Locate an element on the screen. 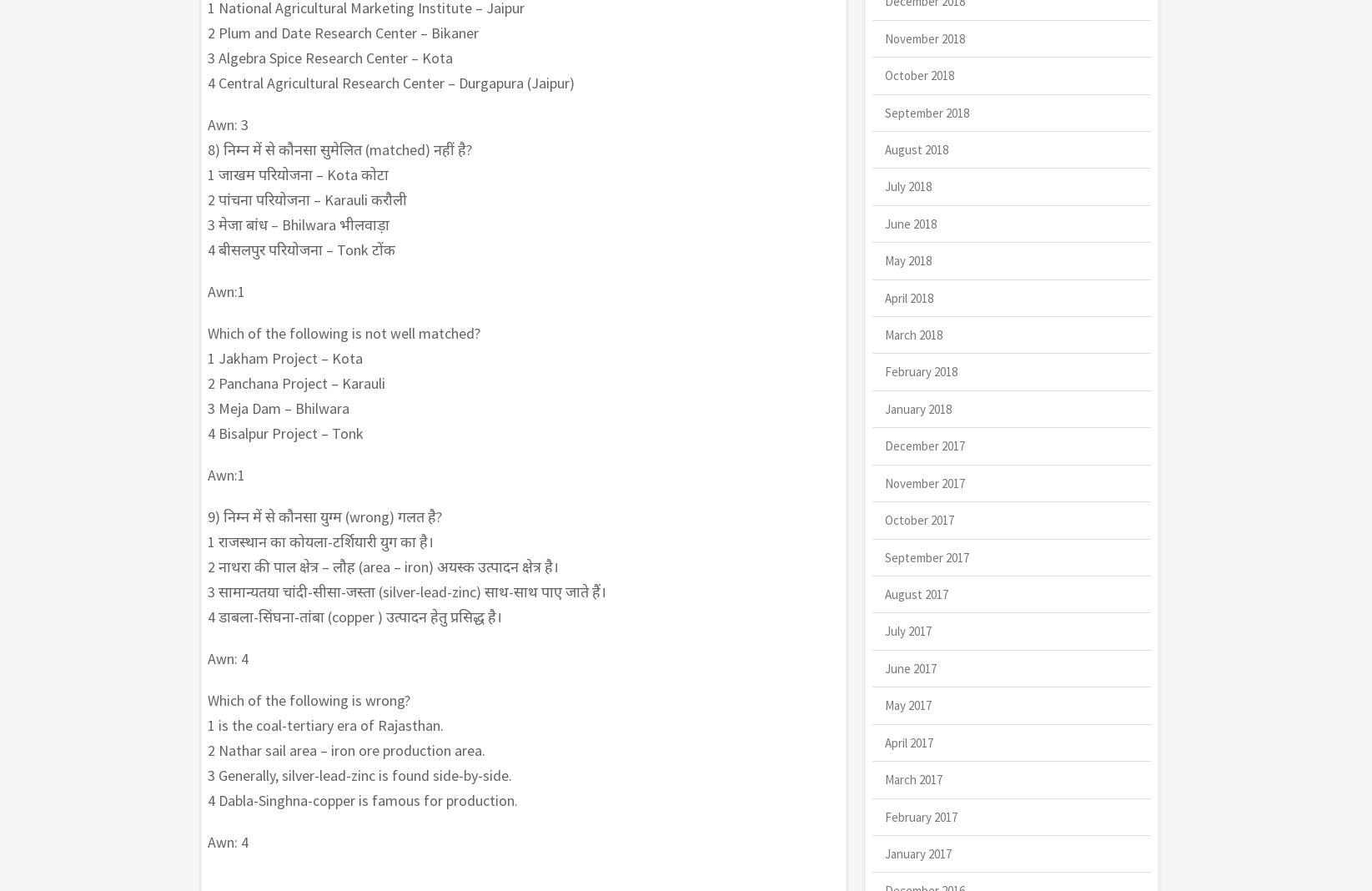 The height and width of the screenshot is (891, 1372). '4 Bisalpur Project – Tonk' is located at coordinates (284, 433).